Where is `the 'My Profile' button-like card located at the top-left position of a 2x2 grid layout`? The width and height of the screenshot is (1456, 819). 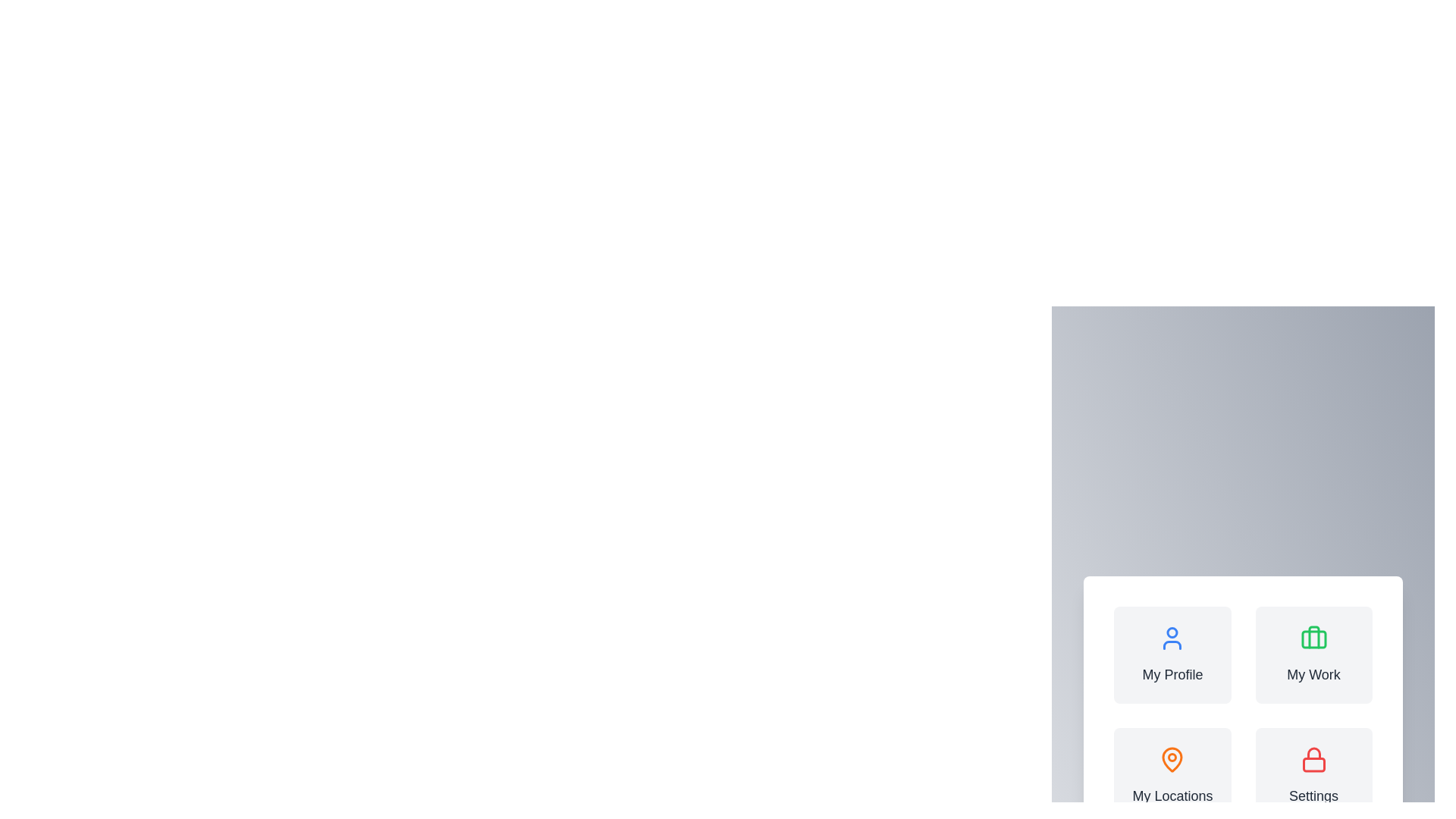 the 'My Profile' button-like card located at the top-left position of a 2x2 grid layout is located at coordinates (1172, 654).